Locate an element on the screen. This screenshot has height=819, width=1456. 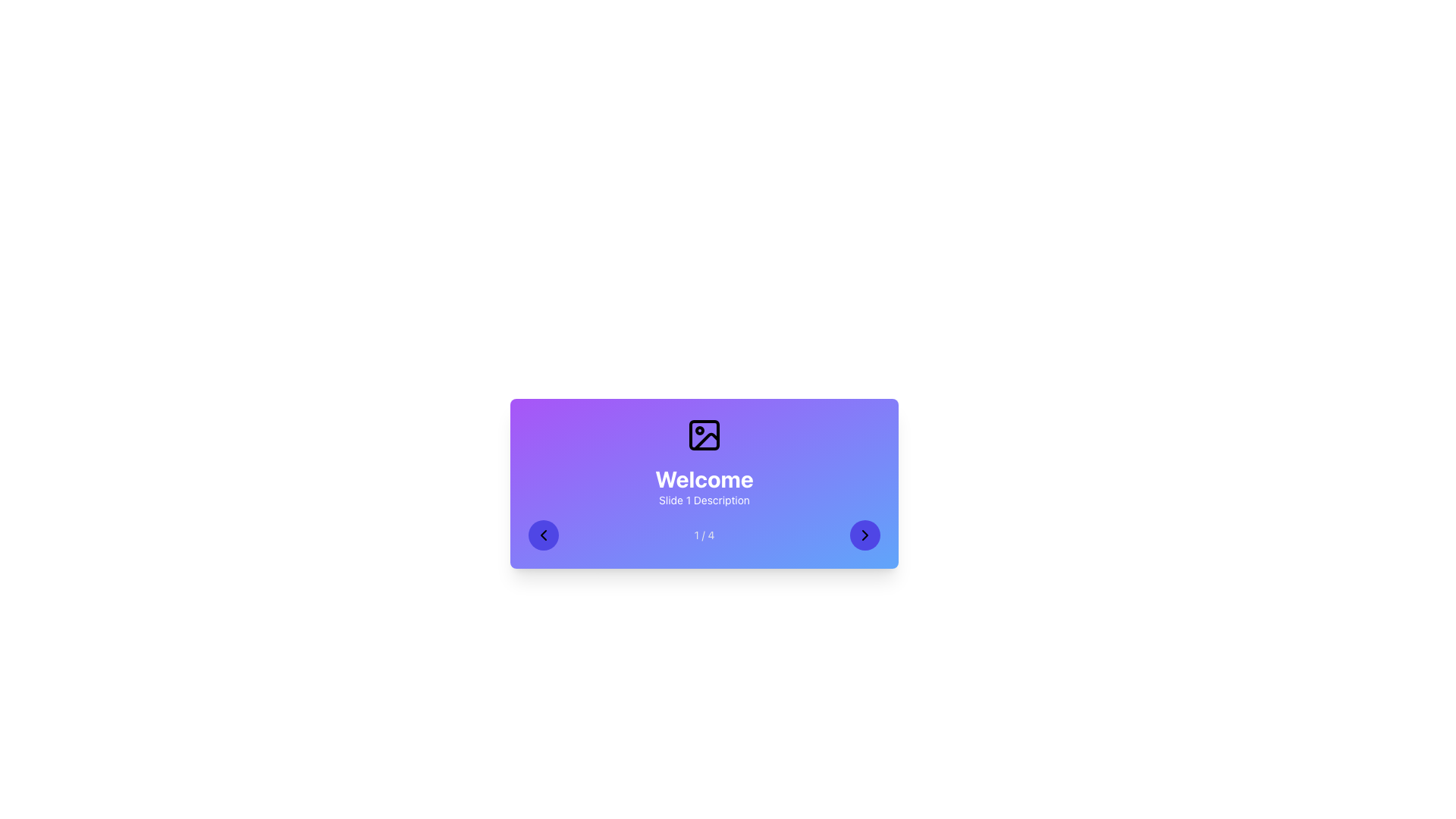
the circular purple button with a left-facing chevron icon is located at coordinates (543, 534).